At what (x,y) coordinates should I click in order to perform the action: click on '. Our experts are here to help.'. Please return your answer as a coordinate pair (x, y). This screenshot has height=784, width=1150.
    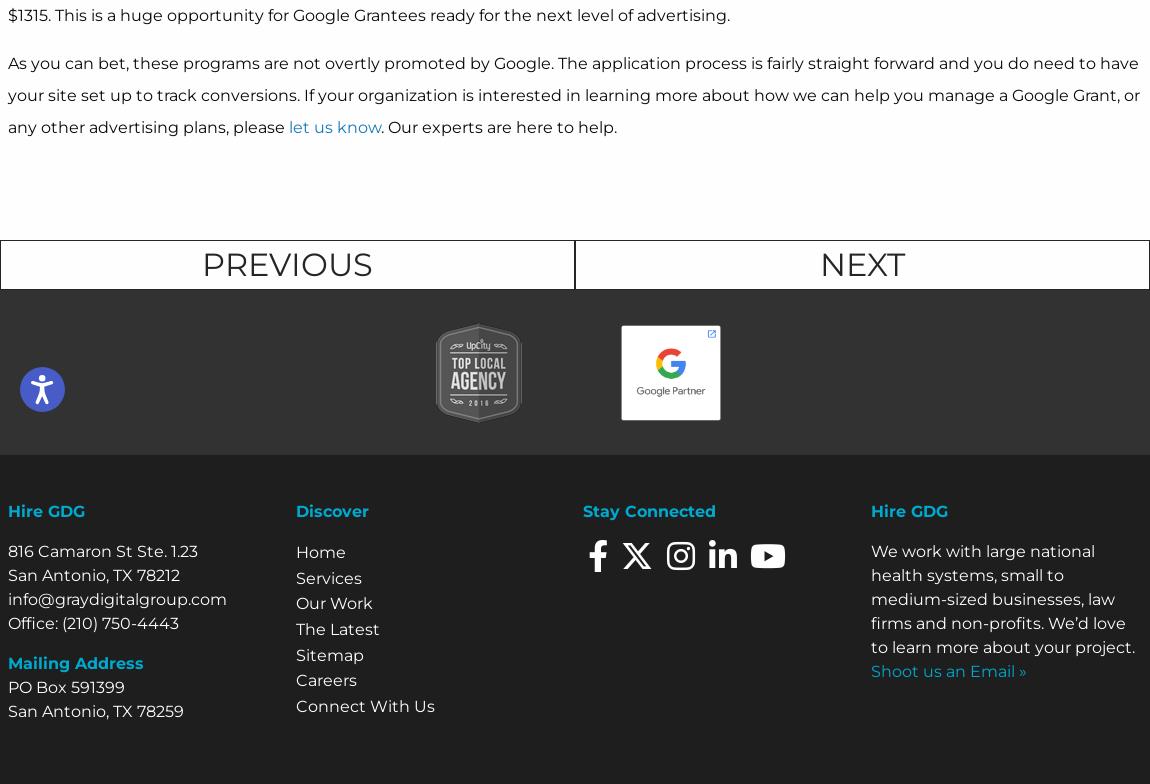
    Looking at the image, I should click on (498, 127).